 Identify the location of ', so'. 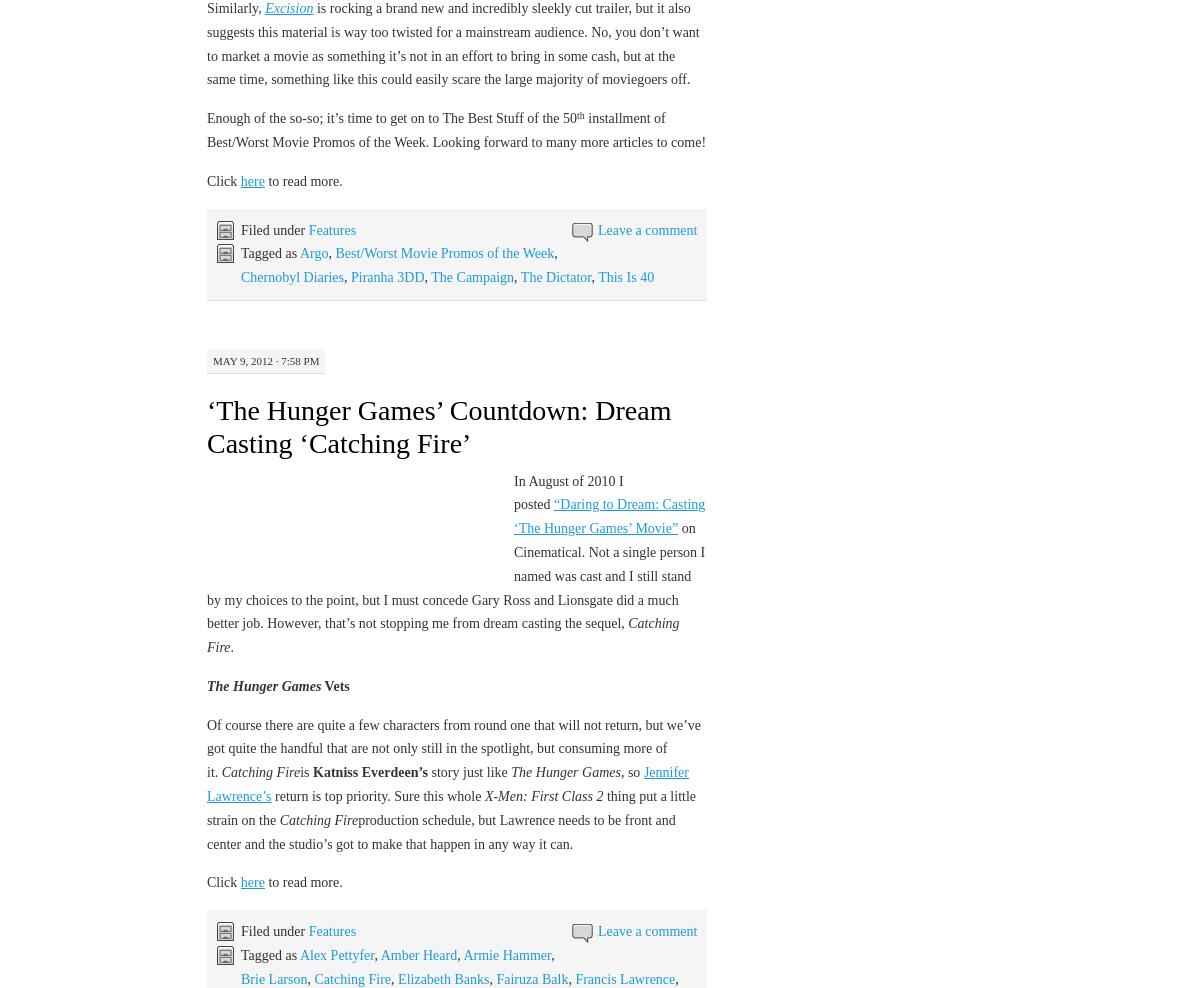
(630, 771).